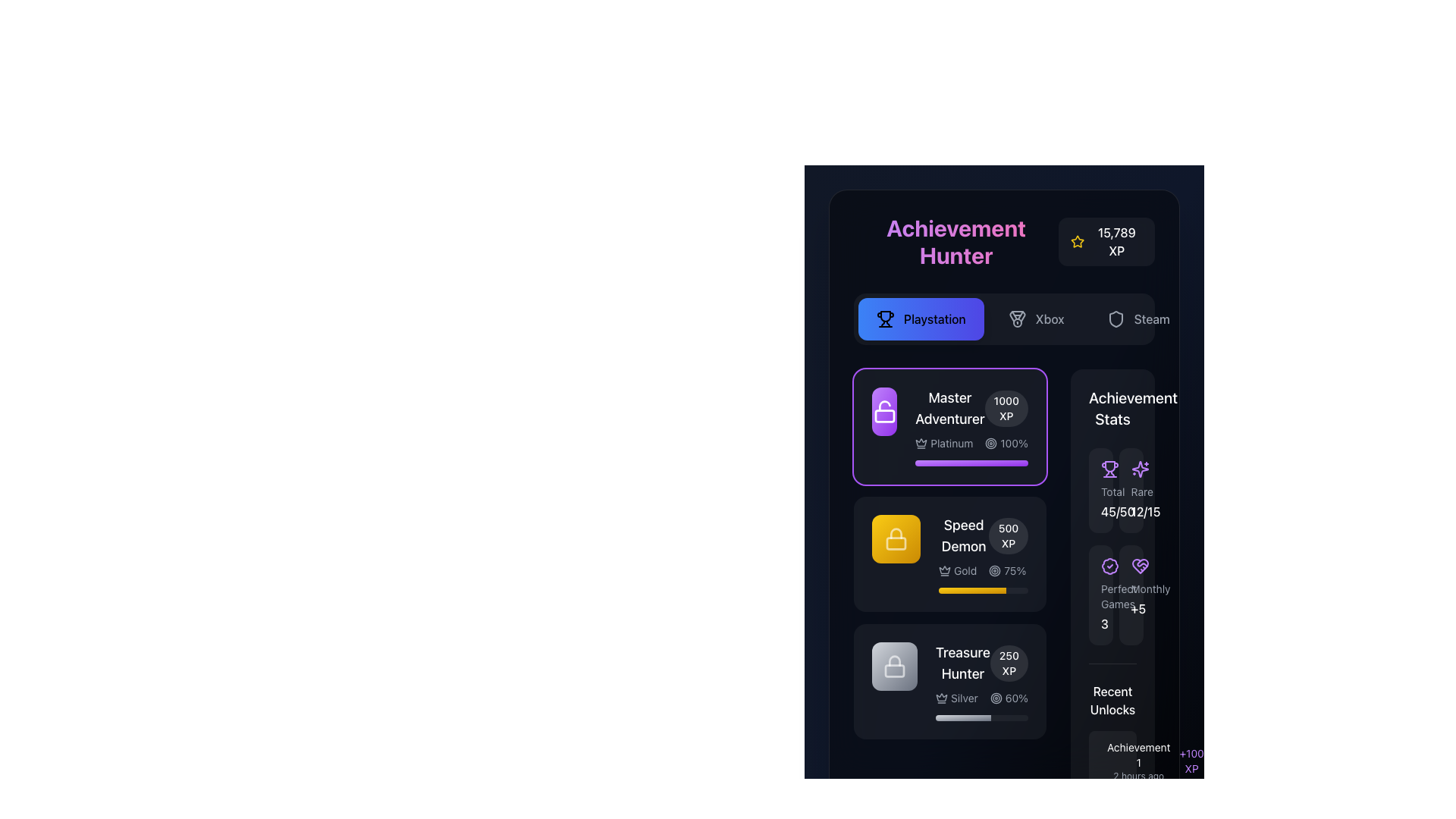 This screenshot has height=819, width=1456. Describe the element at coordinates (1112, 701) in the screenshot. I see `the 'Recent Unlocks' text label, which is styled with a white medium-weight font and positioned above a list of recent achievements` at that location.